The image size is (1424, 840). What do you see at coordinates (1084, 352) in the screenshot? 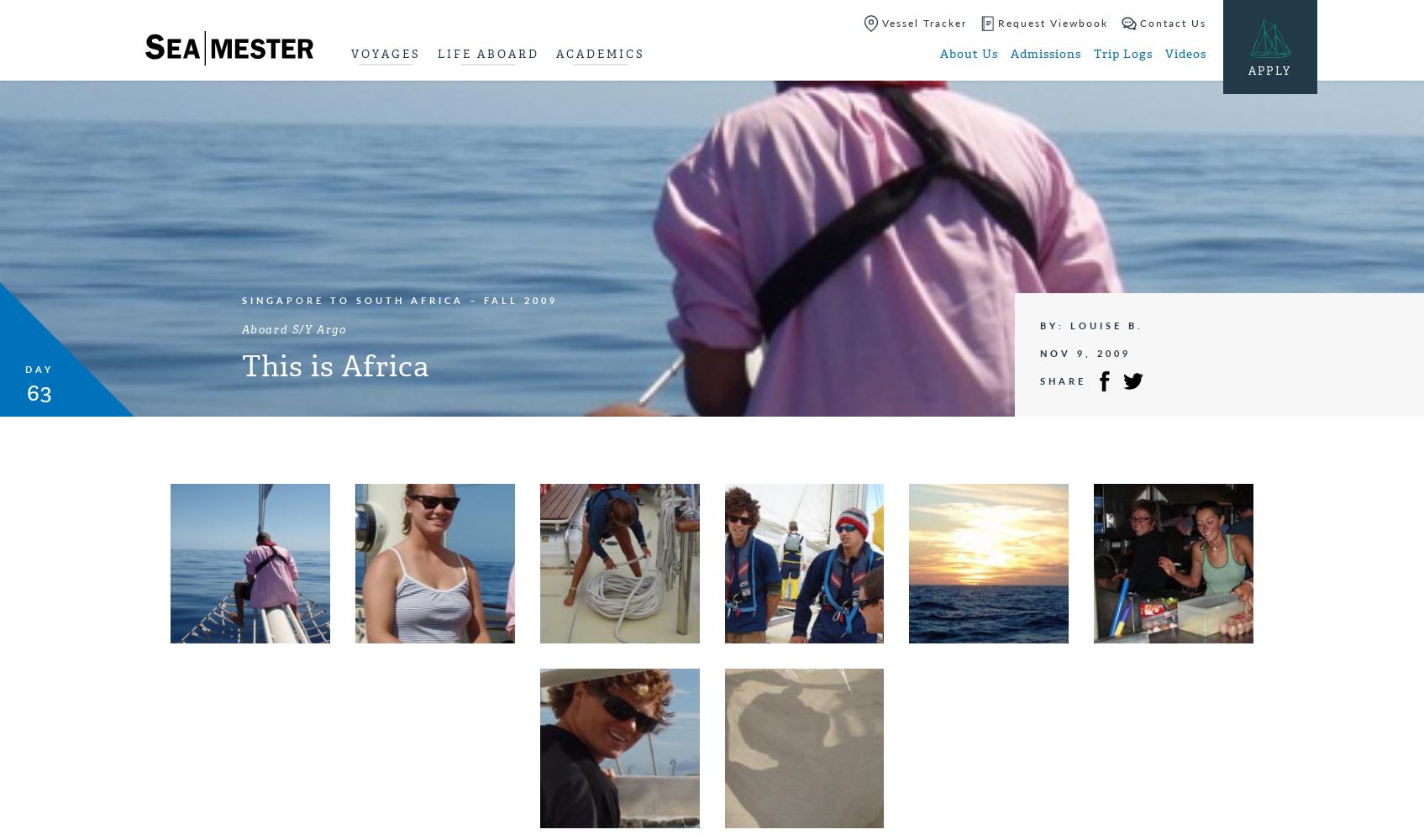
I see `'Nov 9, 2009'` at bounding box center [1084, 352].